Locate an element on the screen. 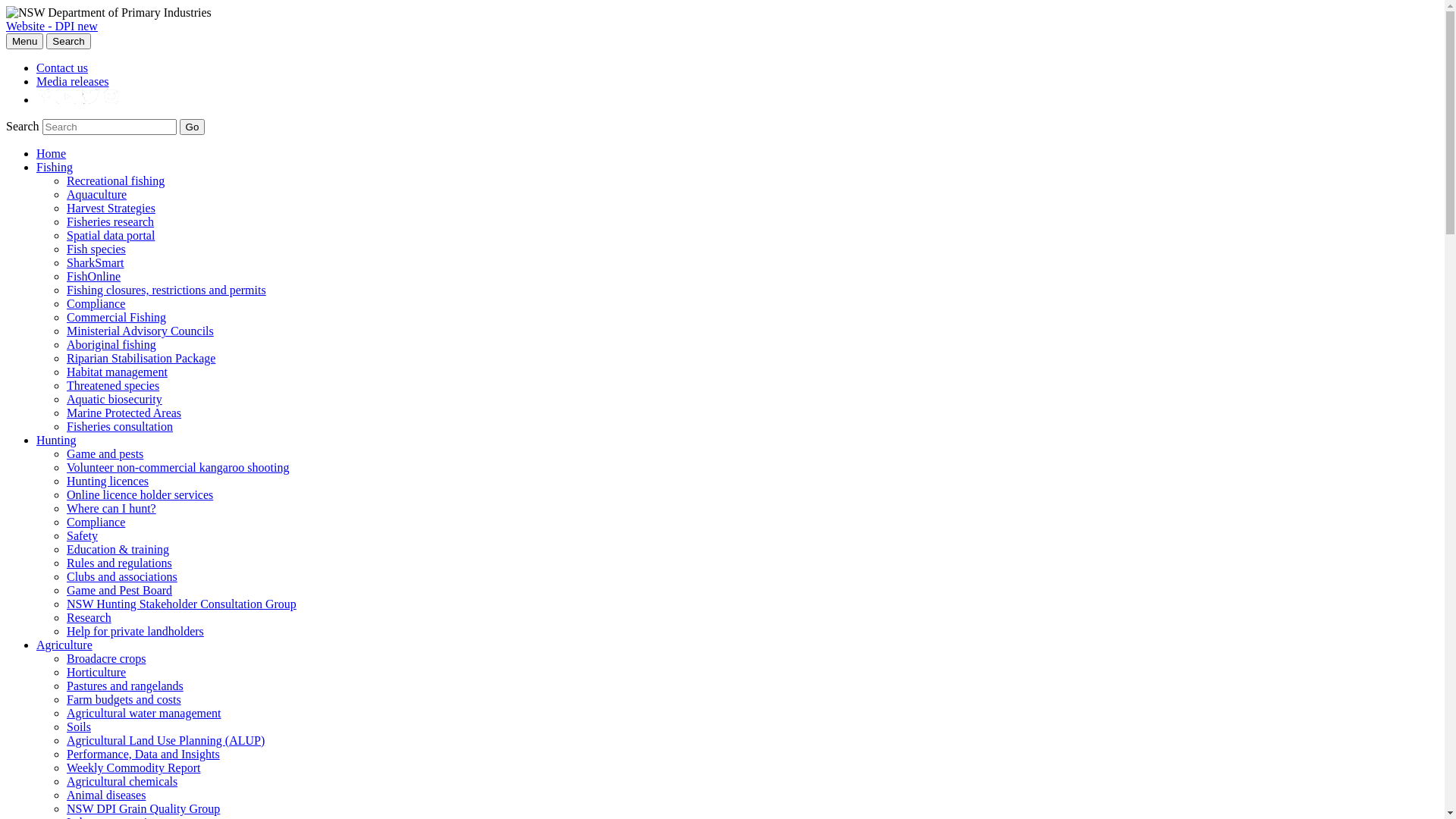 The height and width of the screenshot is (819, 1456). 'Marine Protected Areas' is located at coordinates (124, 413).